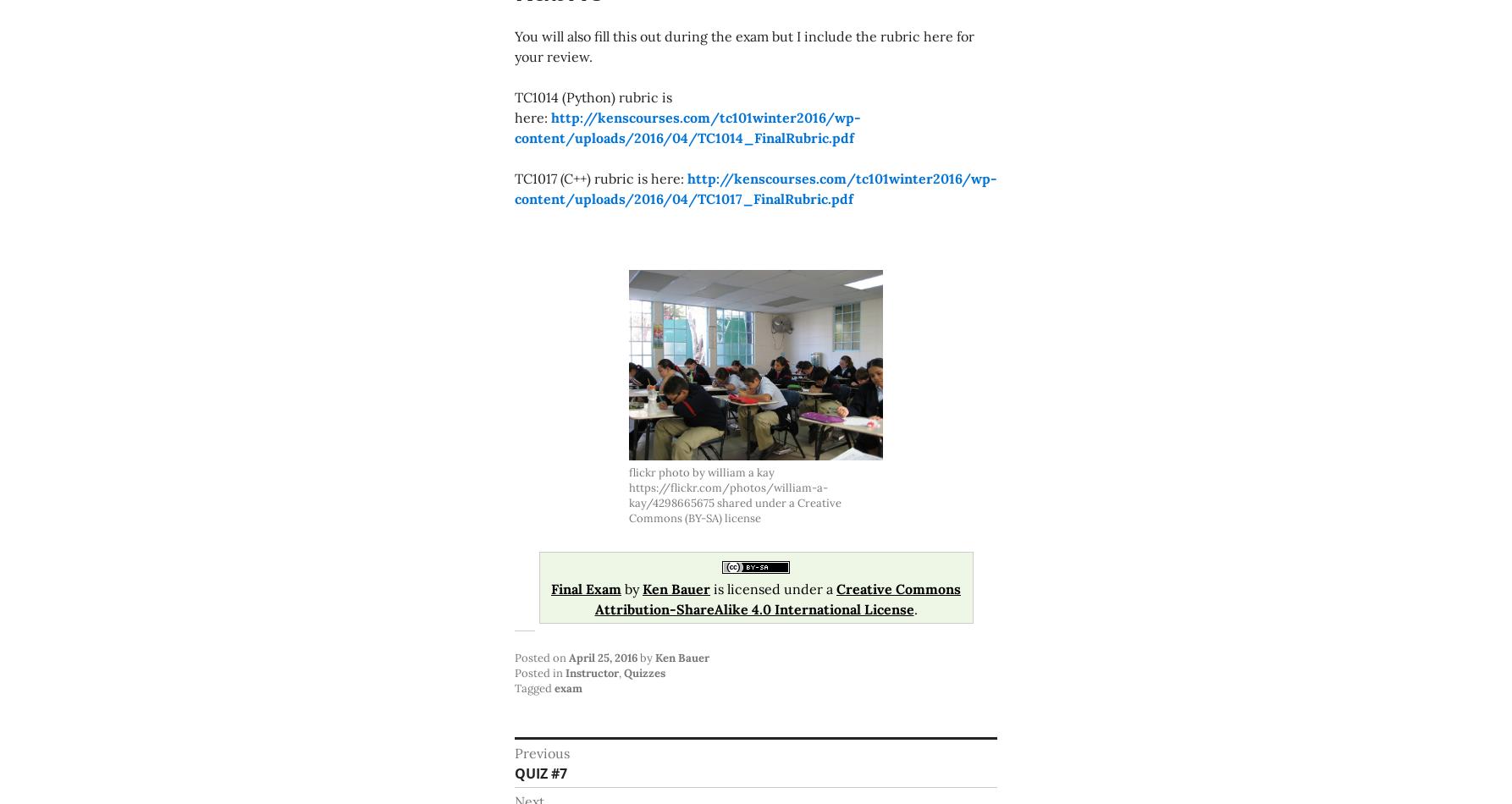 The image size is (1512, 804). I want to click on '.', so click(914, 609).